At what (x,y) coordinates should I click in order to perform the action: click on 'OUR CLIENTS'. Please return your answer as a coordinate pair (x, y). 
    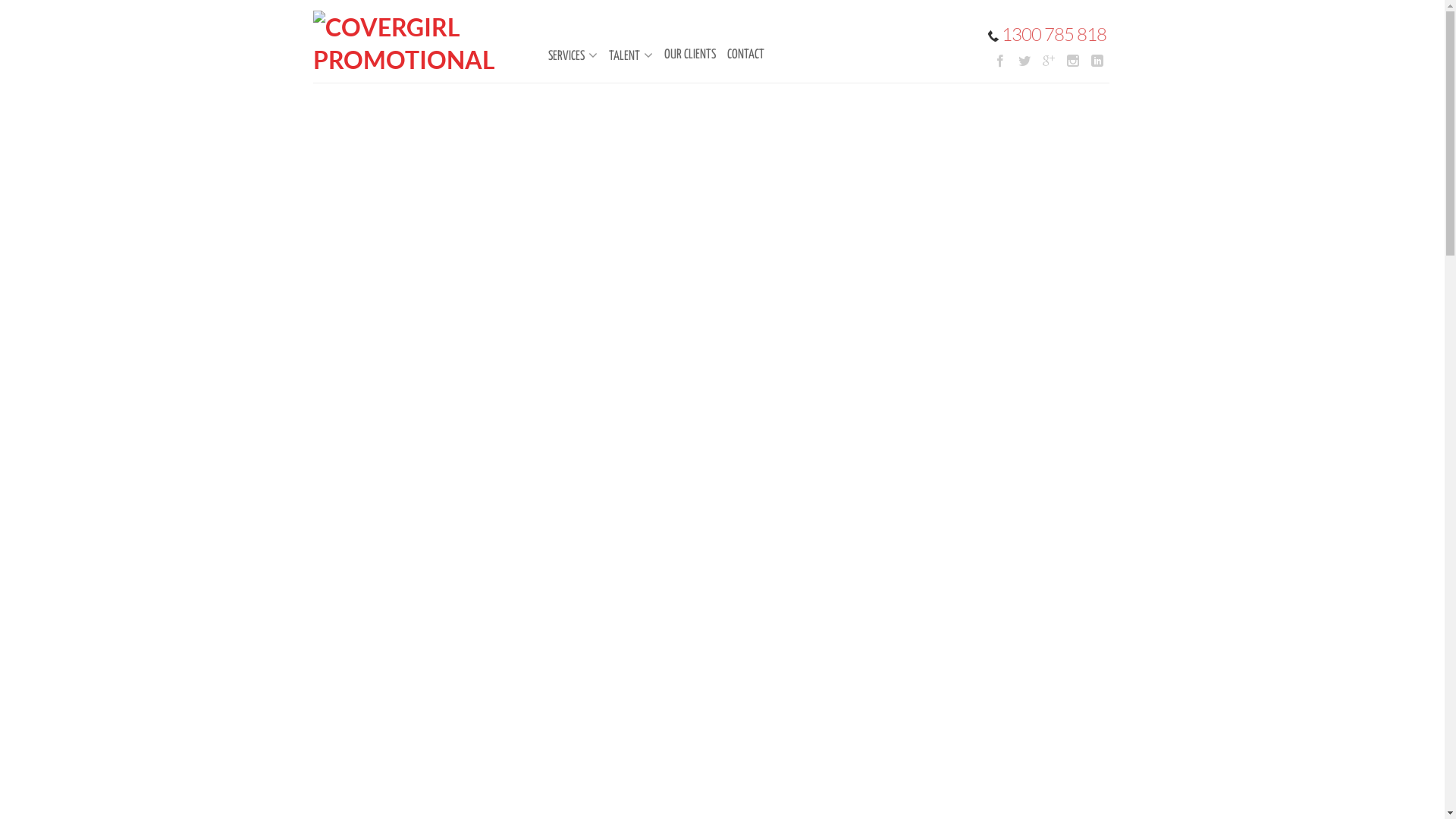
    Looking at the image, I should click on (682, 54).